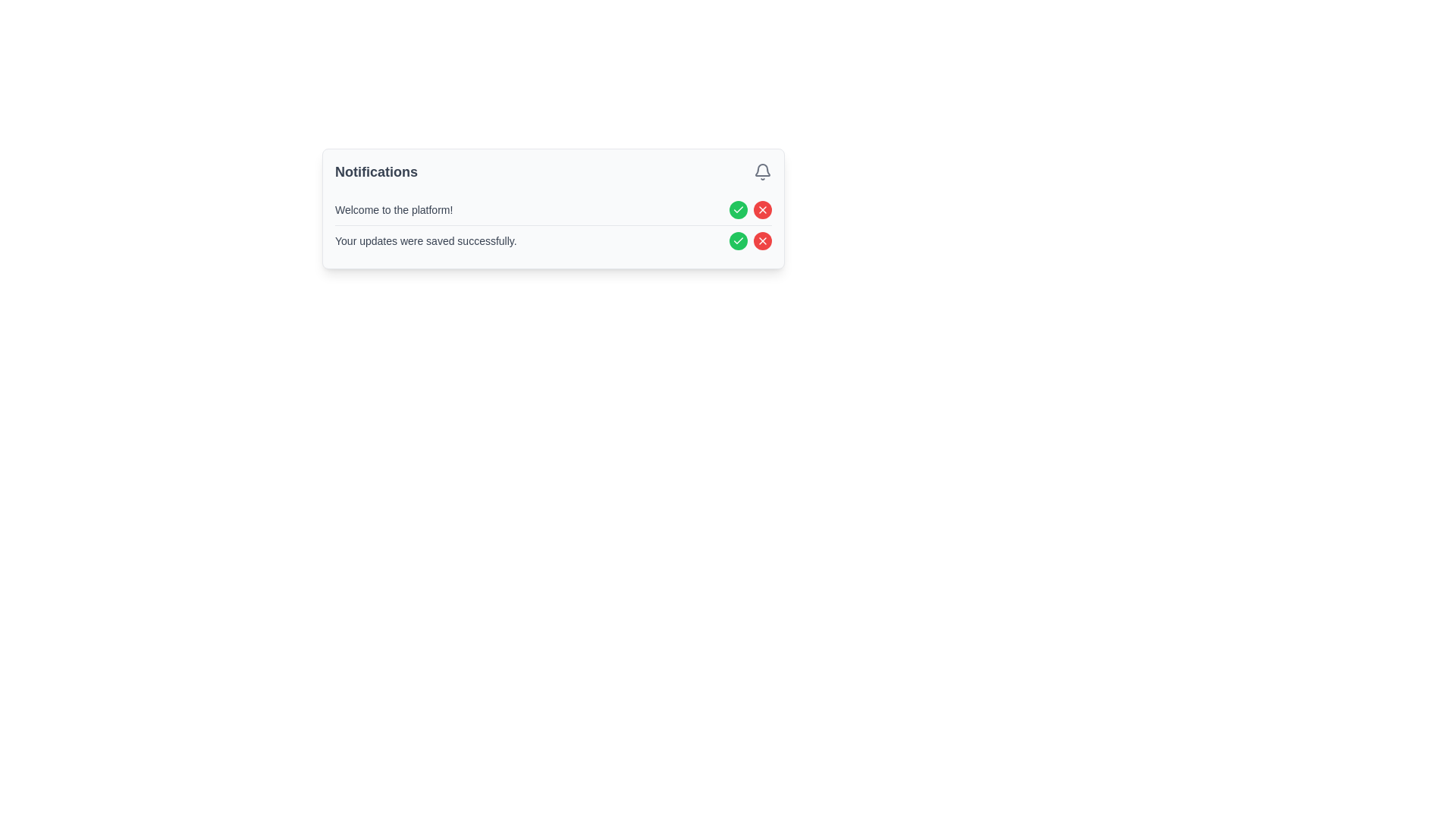 Image resolution: width=1456 pixels, height=819 pixels. What do you see at coordinates (739, 240) in the screenshot?
I see `the green circular icon with a white checkmark located on the far right of the second row, next to the text 'Your updates were saved successfully.'` at bounding box center [739, 240].